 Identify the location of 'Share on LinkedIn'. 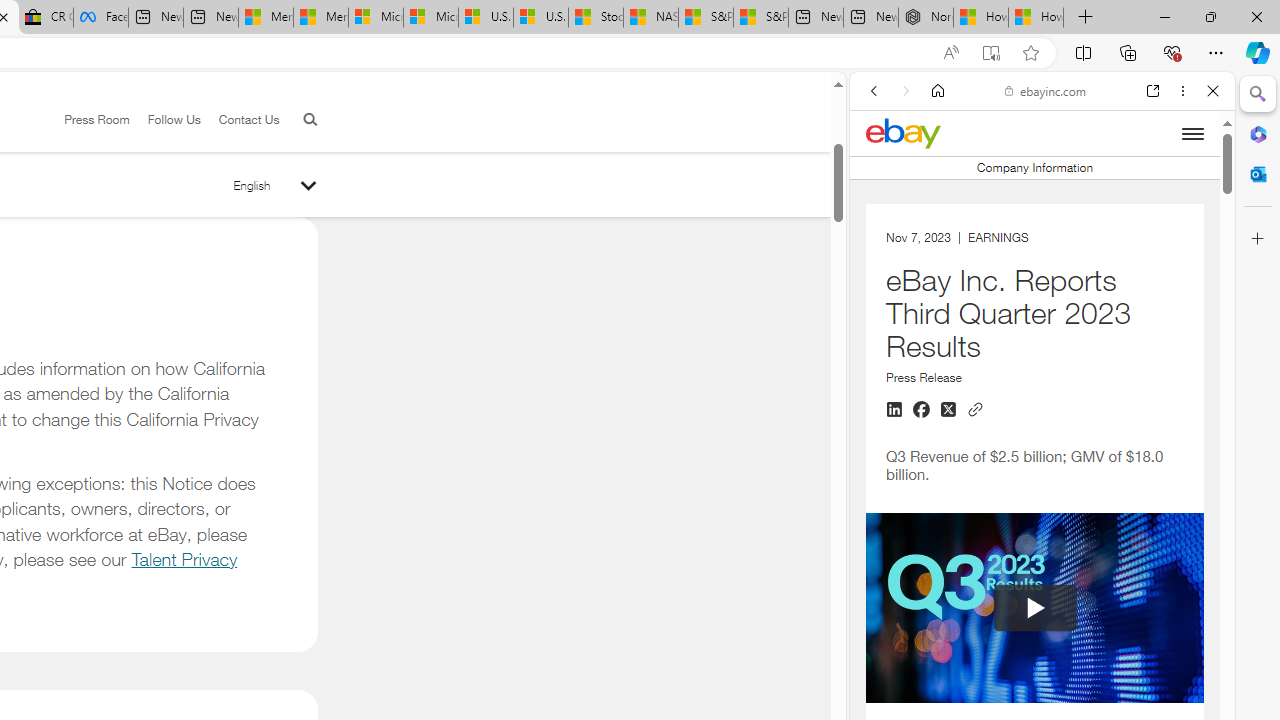
(893, 409).